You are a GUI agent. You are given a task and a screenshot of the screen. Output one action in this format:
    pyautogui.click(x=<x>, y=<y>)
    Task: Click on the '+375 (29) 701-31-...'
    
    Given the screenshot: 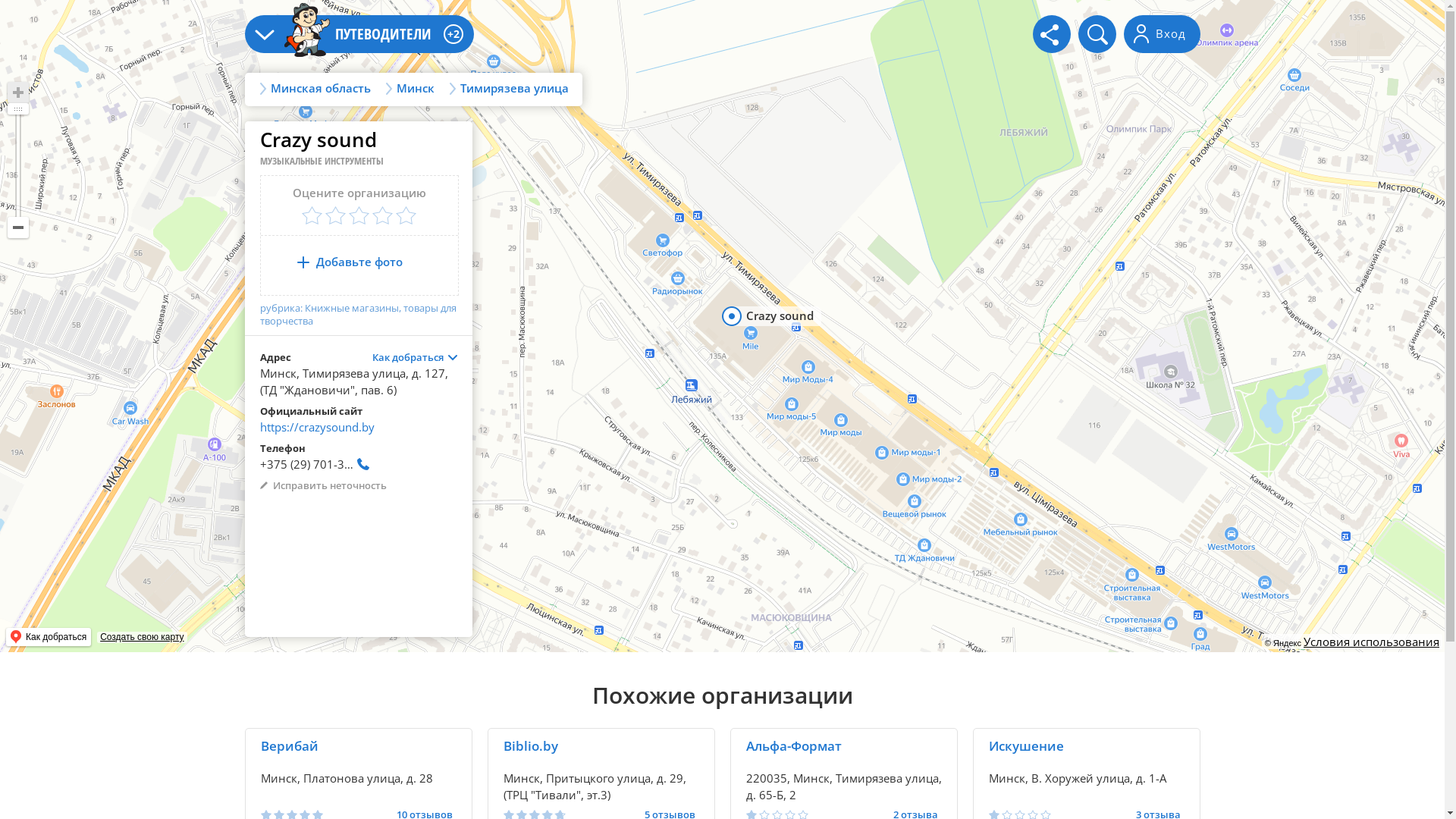 What is the action you would take?
    pyautogui.click(x=315, y=467)
    